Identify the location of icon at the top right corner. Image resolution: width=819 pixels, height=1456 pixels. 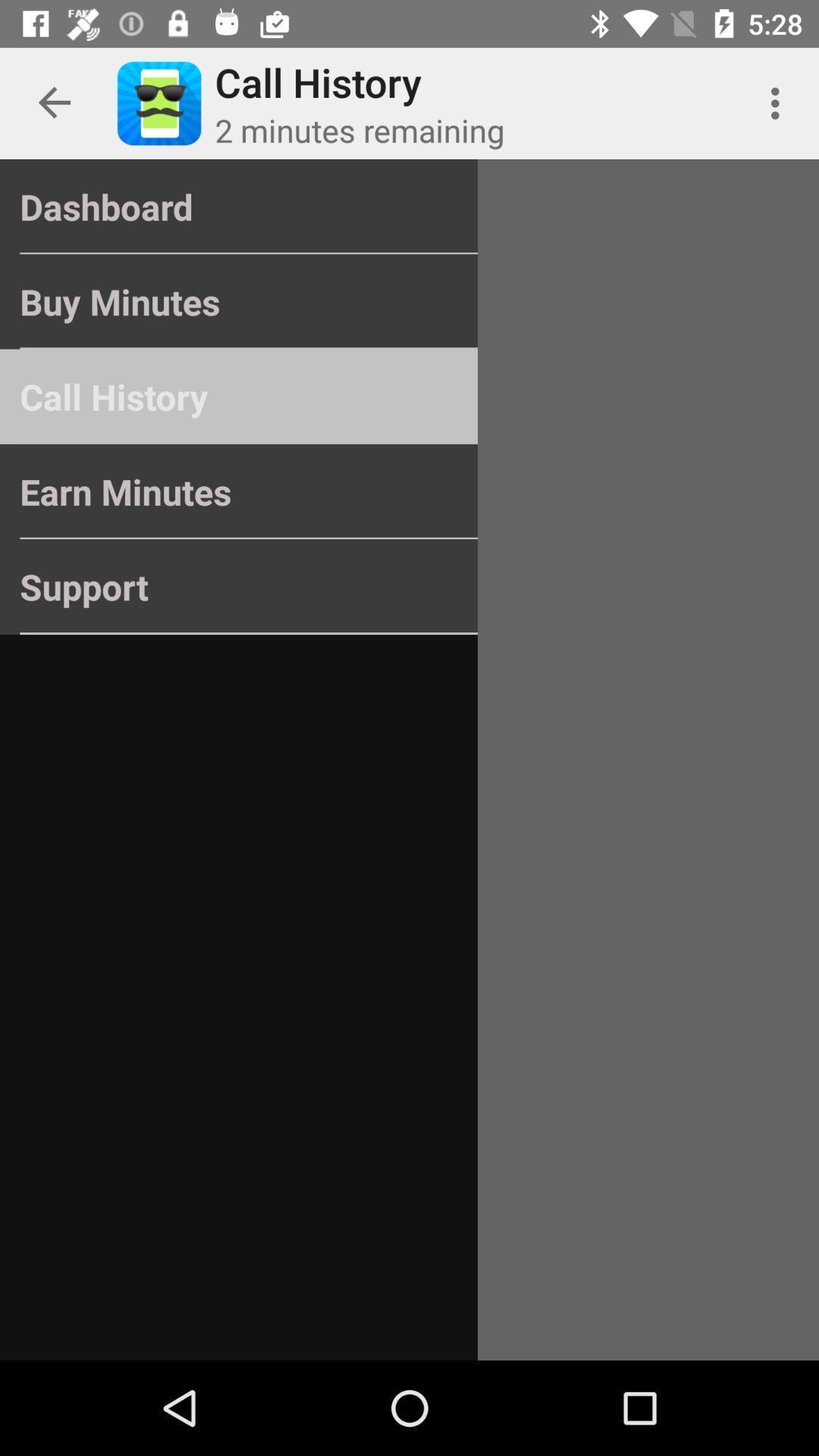
(779, 102).